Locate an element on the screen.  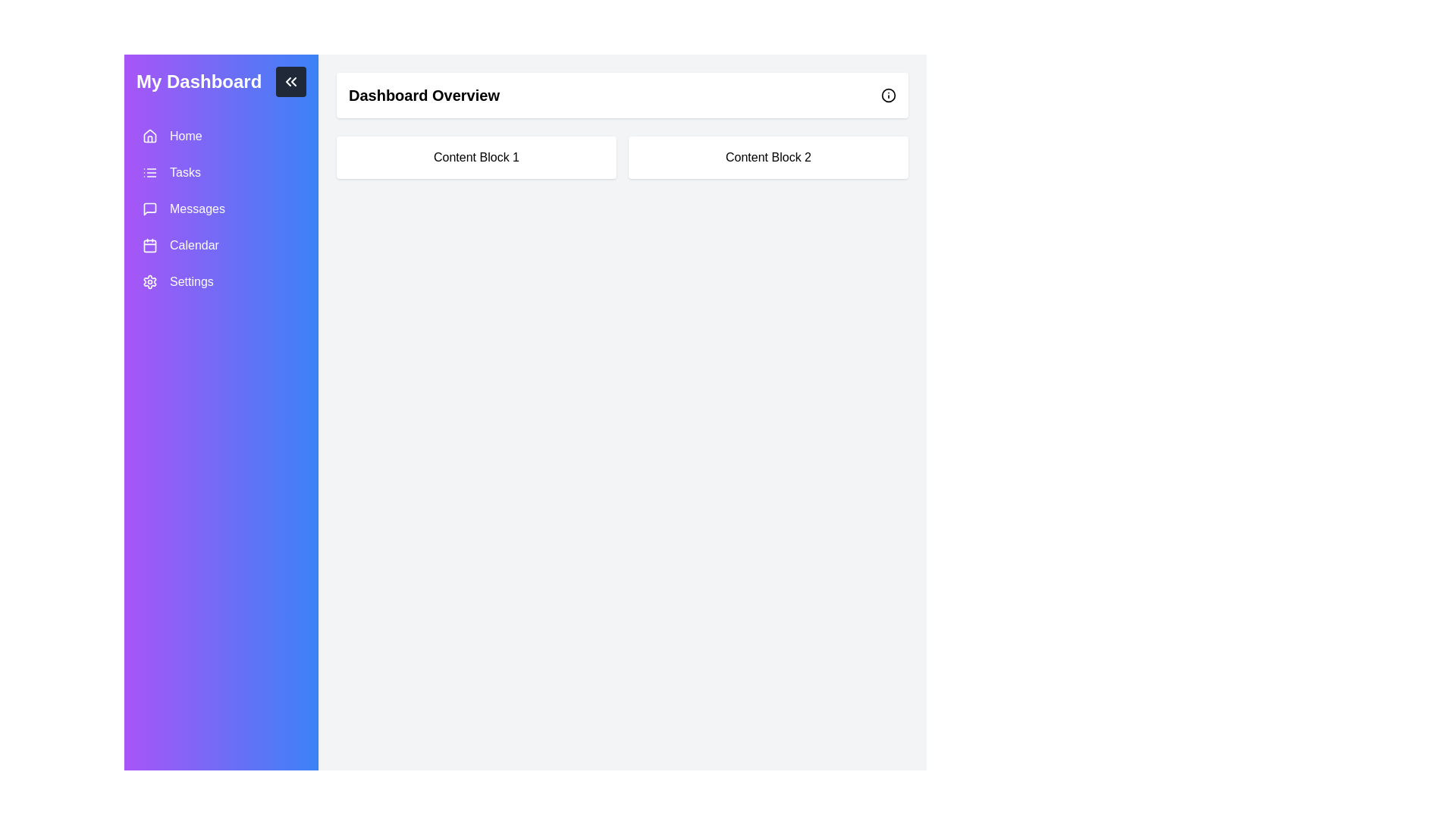
the SVG icon located in the left sidebar navigation panel, adjacent to the 'Tasks' label is located at coordinates (149, 171).